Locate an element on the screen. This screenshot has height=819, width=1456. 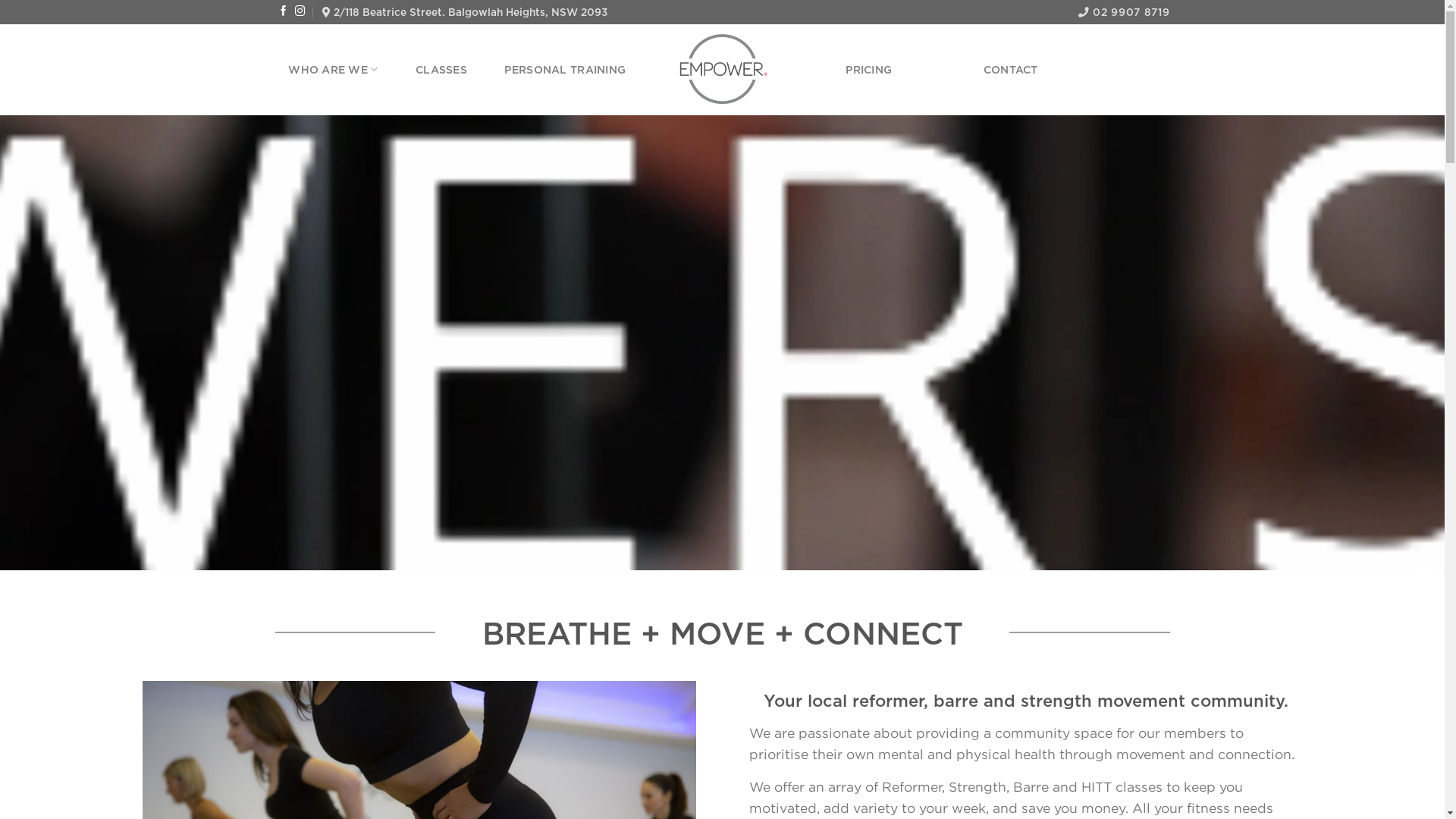
'PERSONAL TRAINING' is located at coordinates (563, 70).